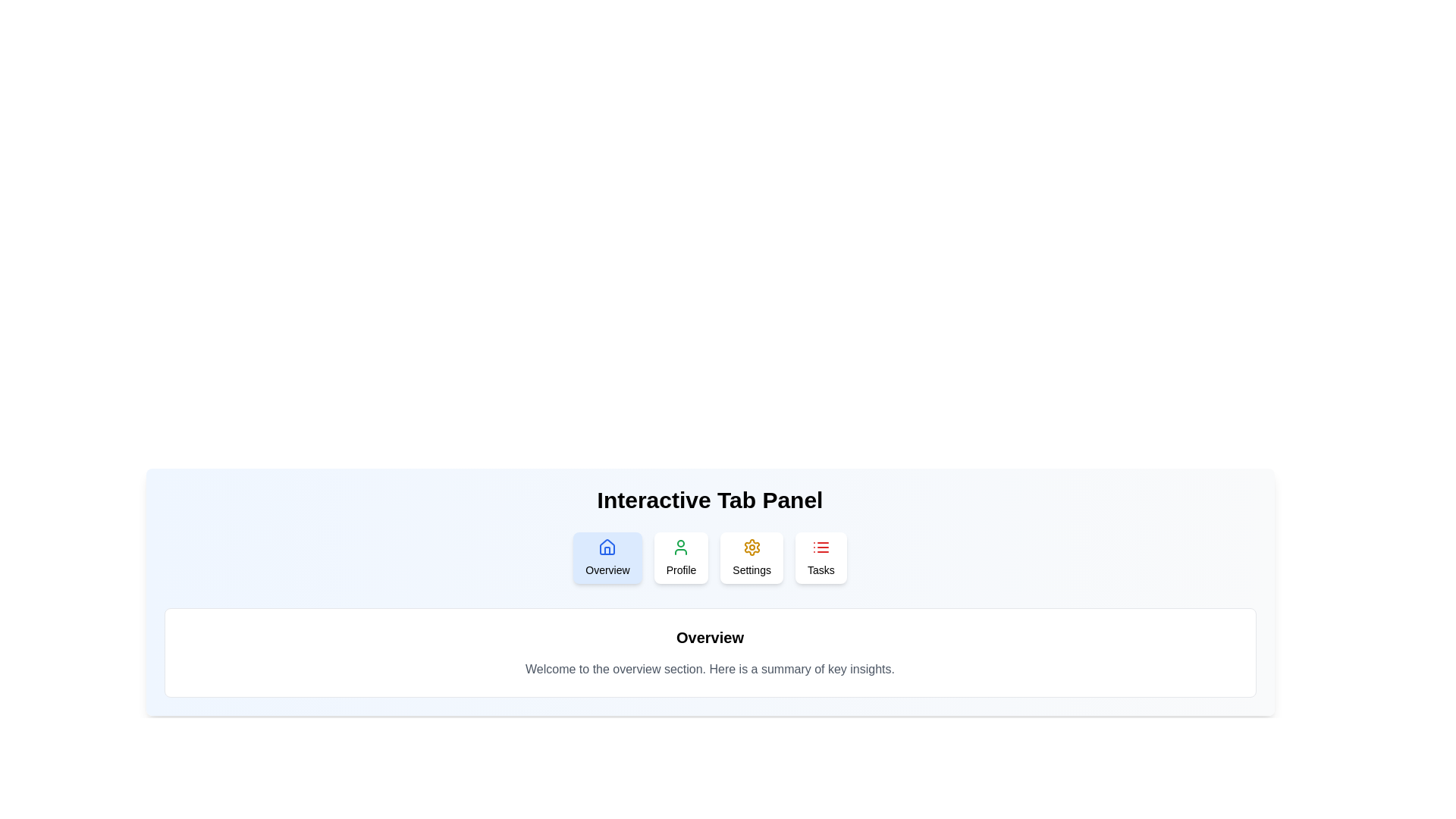 The image size is (1456, 819). Describe the element at coordinates (820, 558) in the screenshot. I see `the Tasks tab to view its content` at that location.